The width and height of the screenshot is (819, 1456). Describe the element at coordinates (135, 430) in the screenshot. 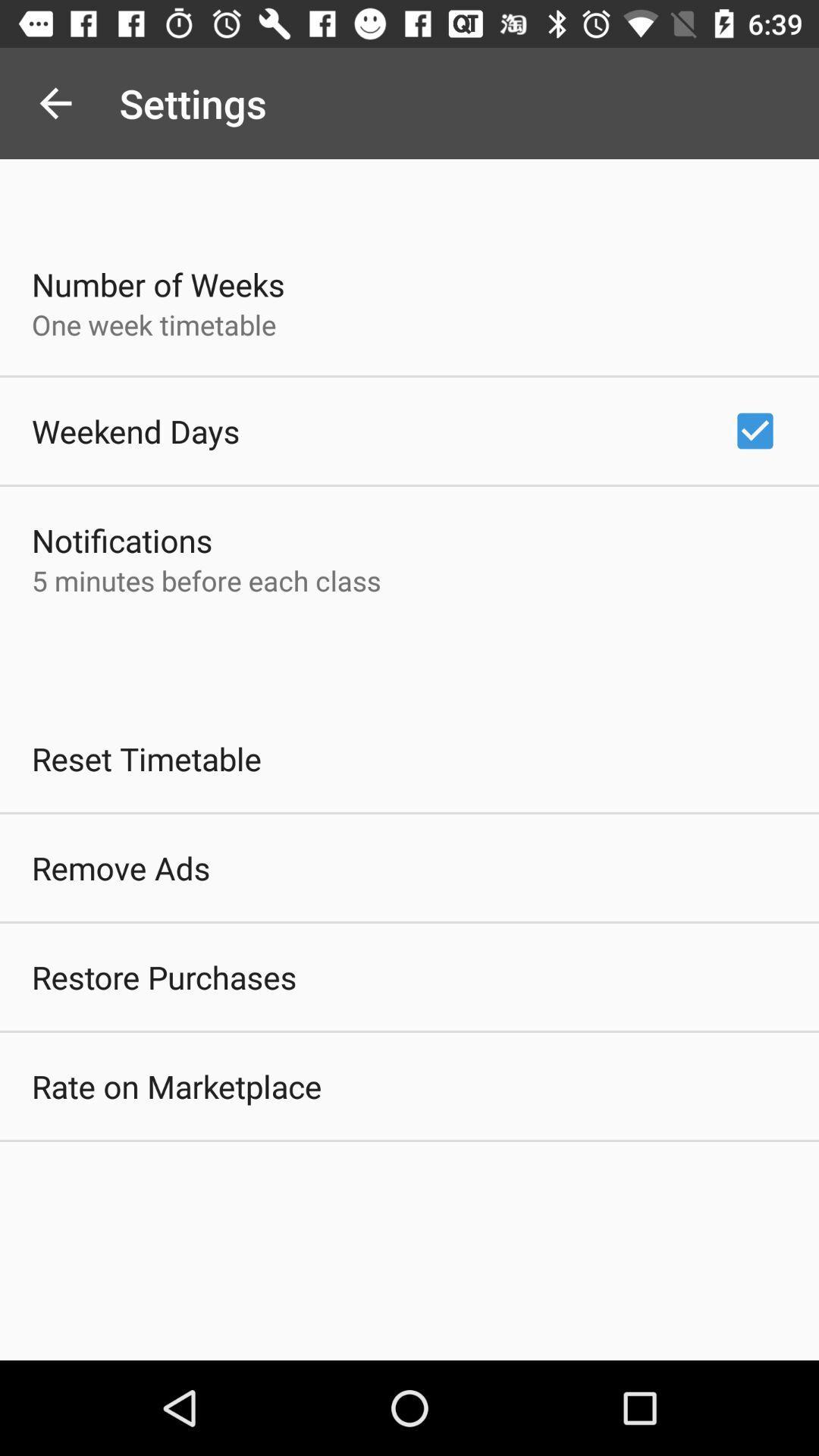

I see `the weekend days` at that location.